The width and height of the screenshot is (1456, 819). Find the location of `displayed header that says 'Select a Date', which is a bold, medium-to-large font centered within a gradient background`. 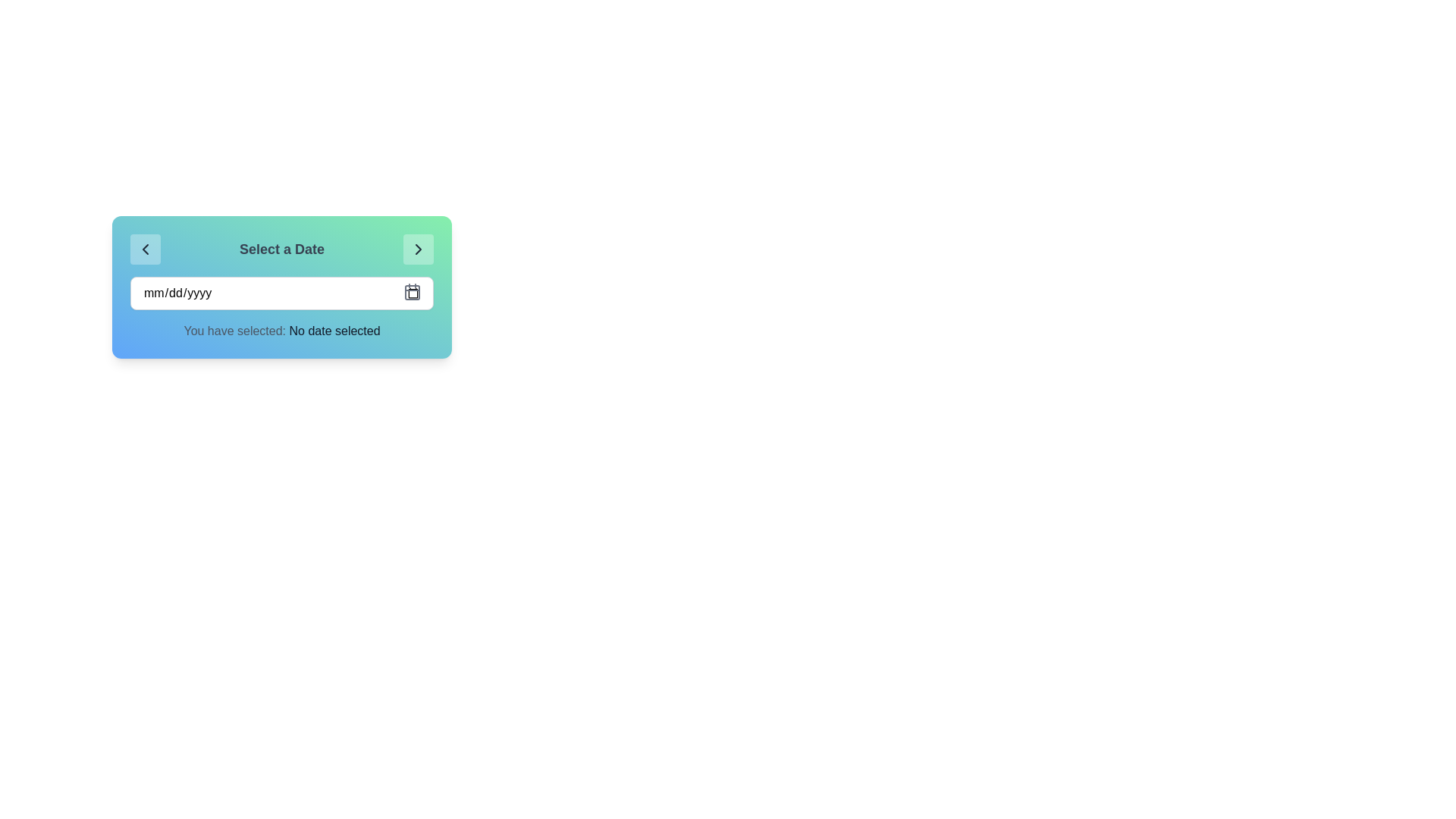

displayed header that says 'Select a Date', which is a bold, medium-to-large font centered within a gradient background is located at coordinates (282, 248).